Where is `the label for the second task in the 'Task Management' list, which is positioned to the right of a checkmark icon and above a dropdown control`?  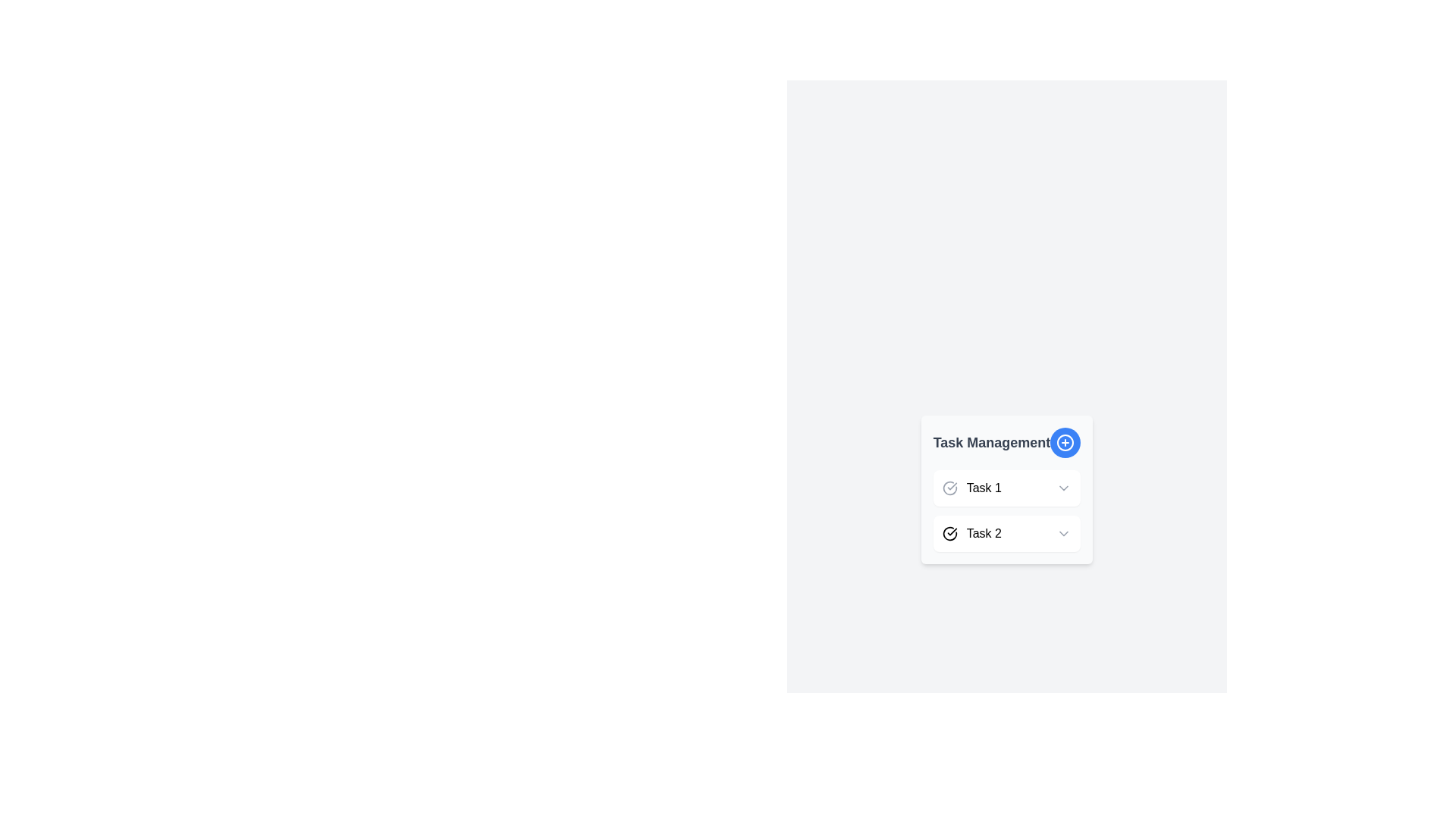
the label for the second task in the 'Task Management' list, which is positioned to the right of a checkmark icon and above a dropdown control is located at coordinates (984, 533).